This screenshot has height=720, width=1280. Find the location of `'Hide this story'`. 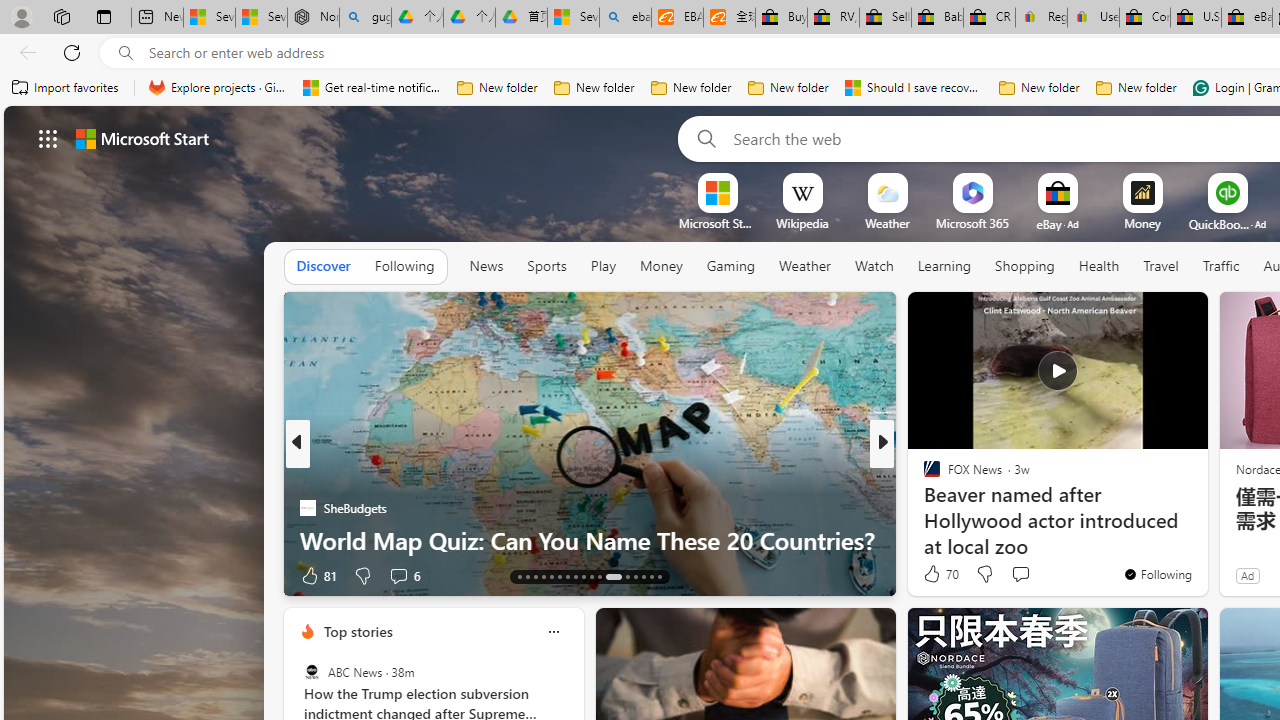

'Hide this story' is located at coordinates (1147, 315).